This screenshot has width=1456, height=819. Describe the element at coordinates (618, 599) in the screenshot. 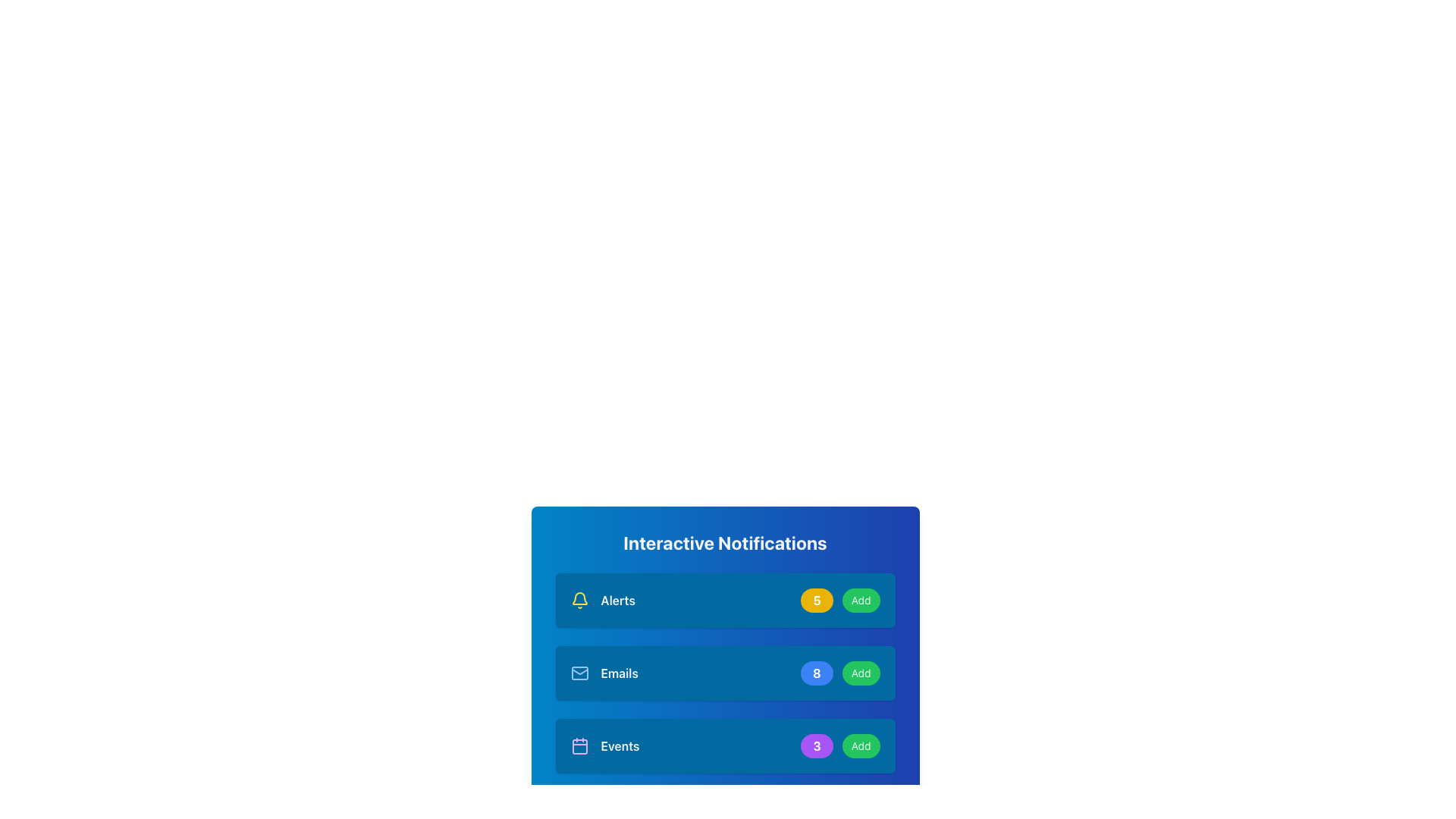

I see `the 'Alerts' text label in the first row of the 'Interactive Notifications' section, which indicates the type of notification` at that location.